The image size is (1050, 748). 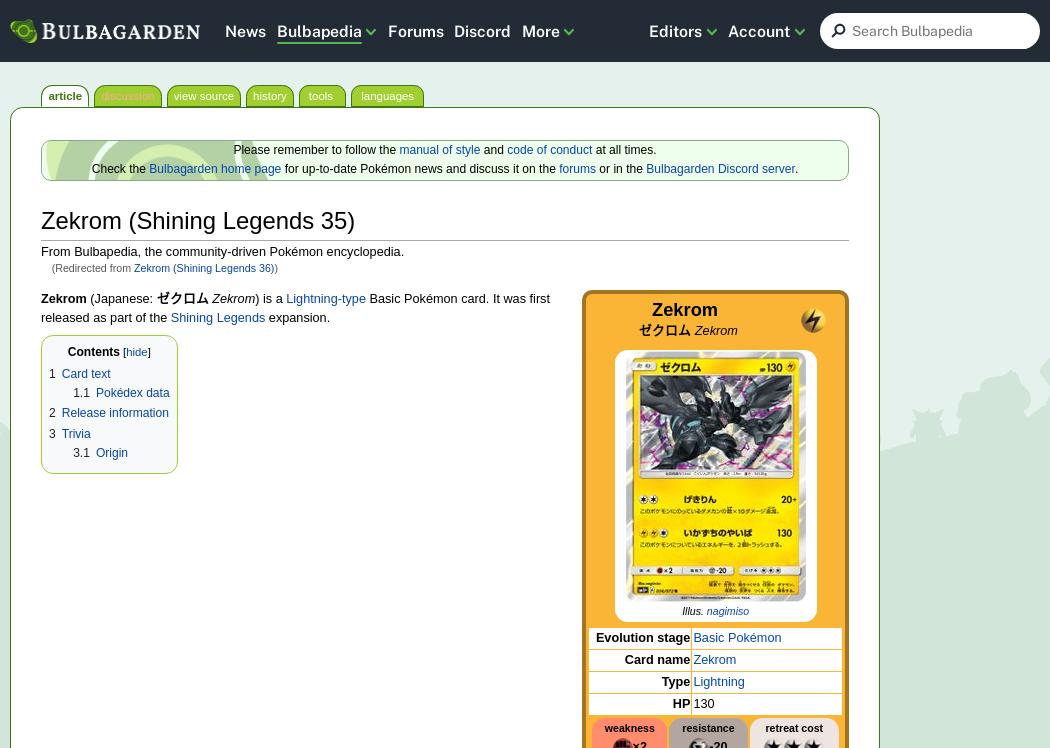 I want to click on 'From Bulbapedia, the community-driven Pokémon encyclopedia.', so click(x=221, y=251).